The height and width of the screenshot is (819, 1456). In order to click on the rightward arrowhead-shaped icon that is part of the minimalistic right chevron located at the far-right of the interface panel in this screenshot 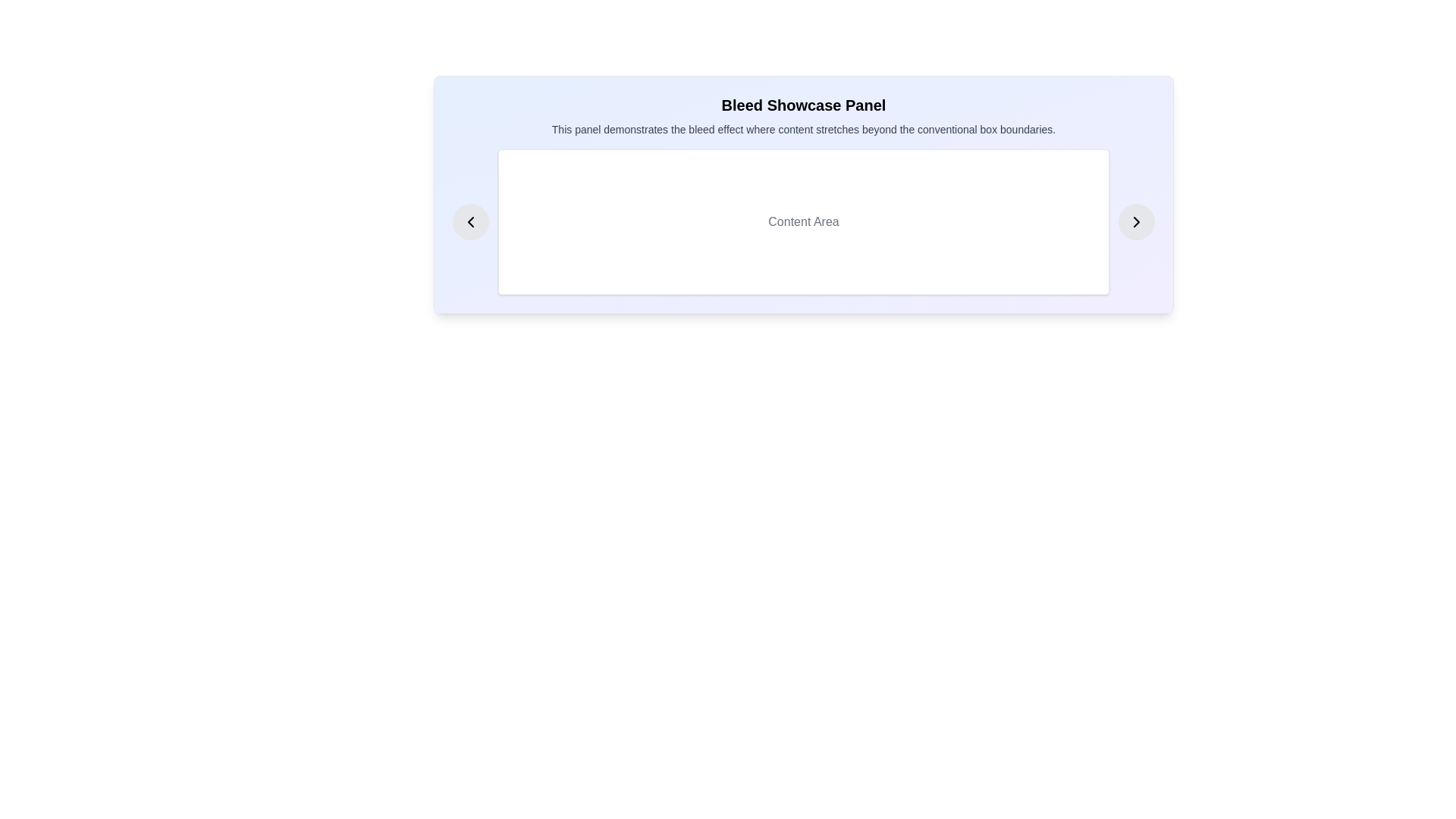, I will do `click(1136, 222)`.